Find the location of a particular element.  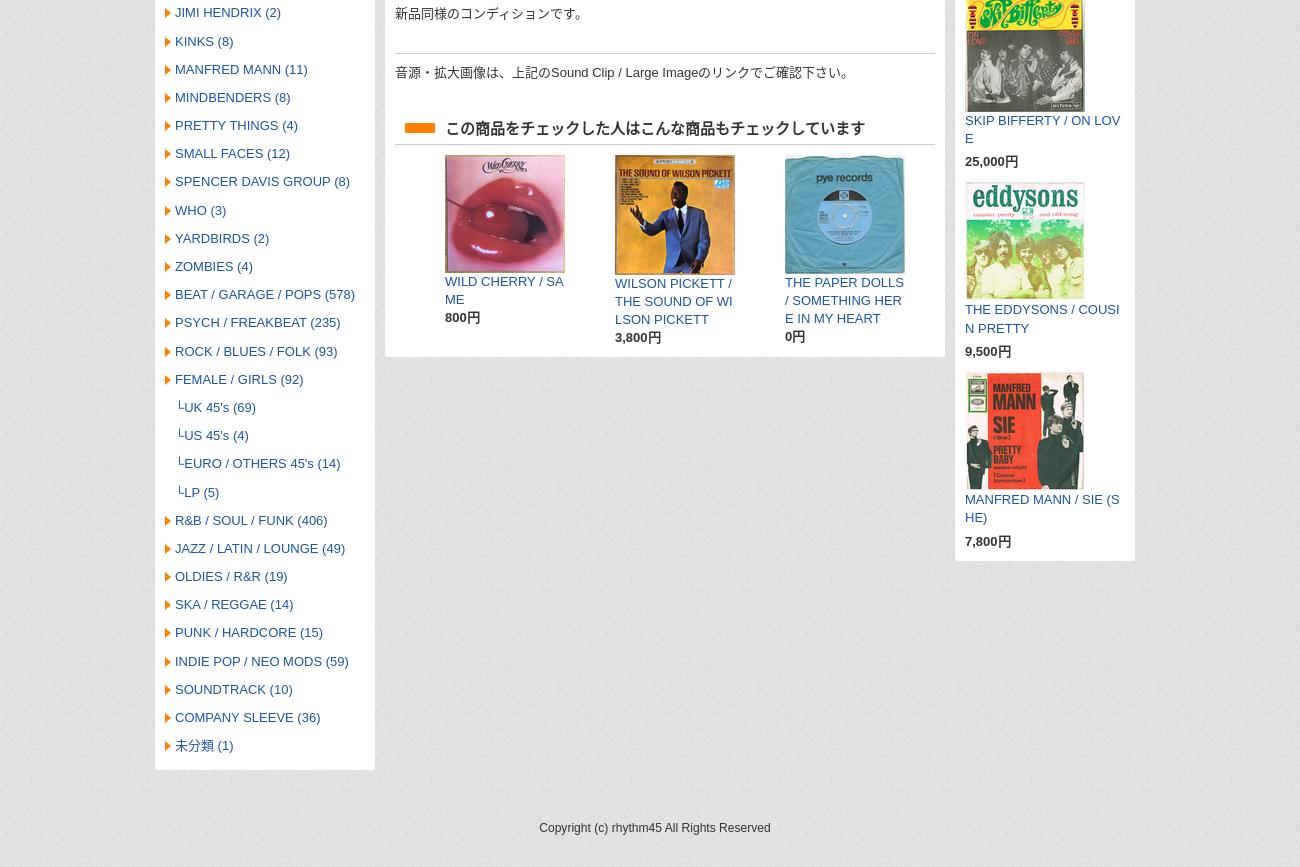

'EURO / OTHERS 45's (14)' is located at coordinates (260, 462).